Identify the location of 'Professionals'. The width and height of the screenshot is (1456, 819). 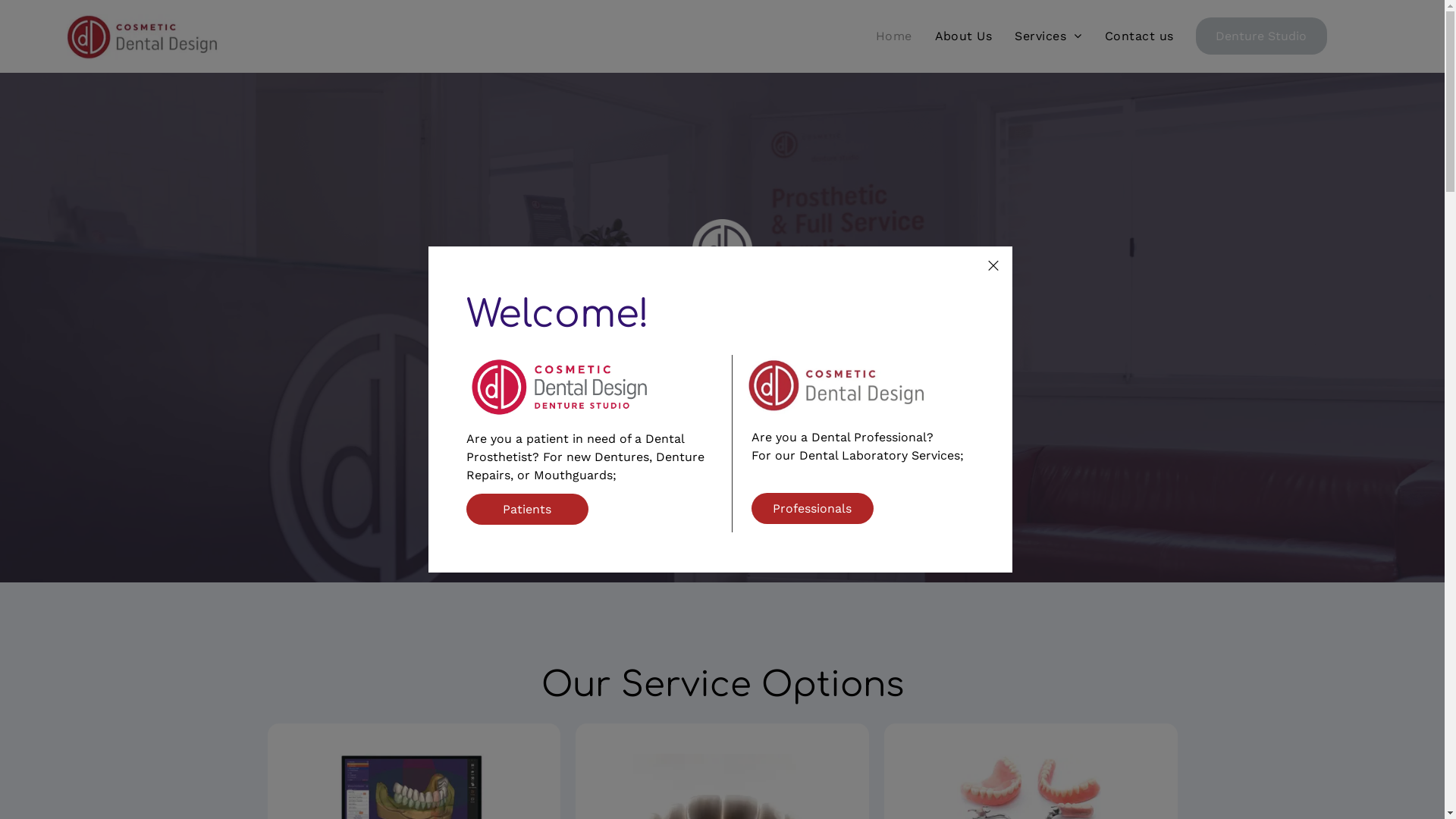
(811, 508).